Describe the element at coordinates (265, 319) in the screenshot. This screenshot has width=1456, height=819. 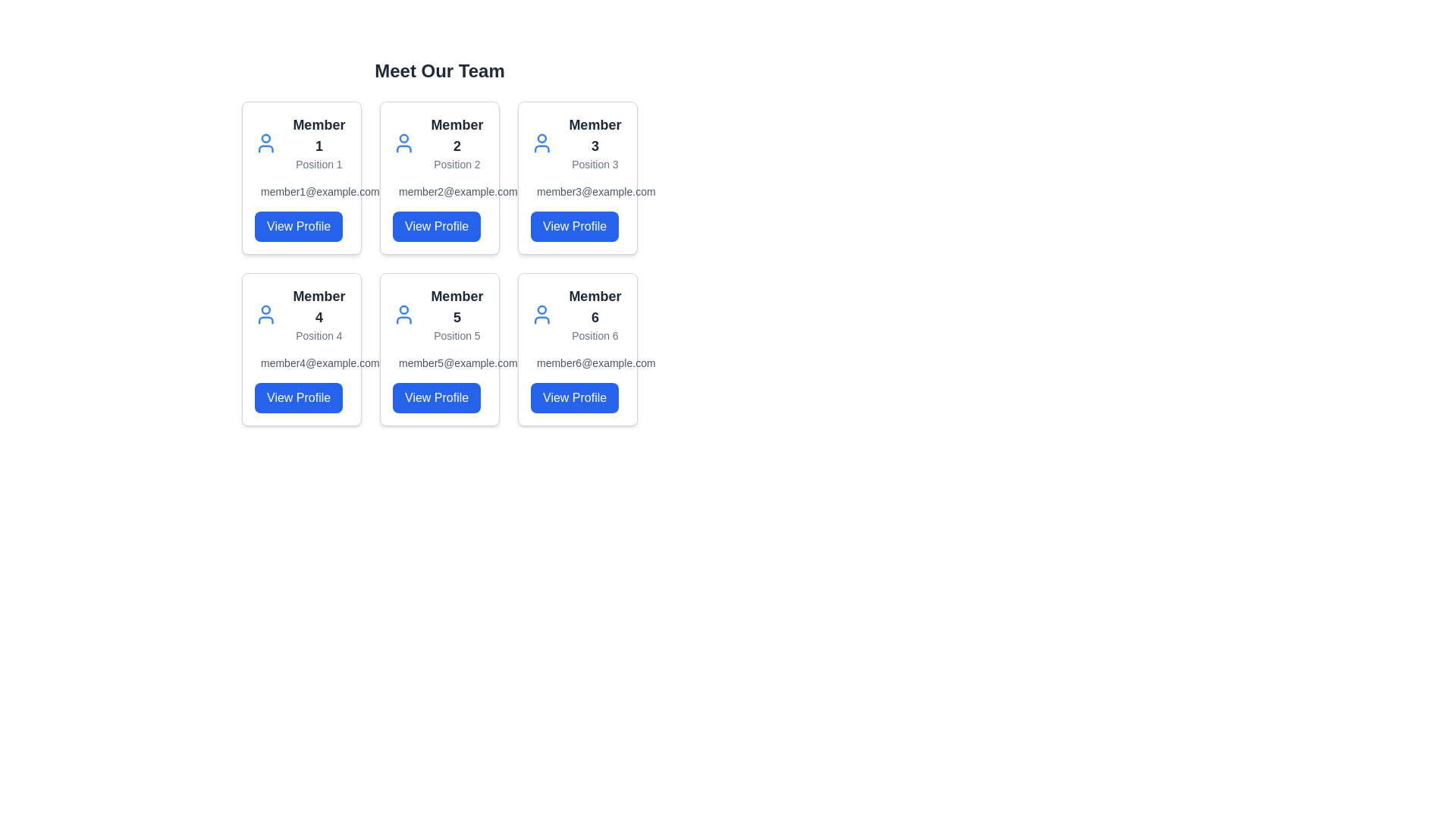
I see `the bottom arc of the profile icon representing 'Member 4', which is styled with a thin line and rounded appearance` at that location.